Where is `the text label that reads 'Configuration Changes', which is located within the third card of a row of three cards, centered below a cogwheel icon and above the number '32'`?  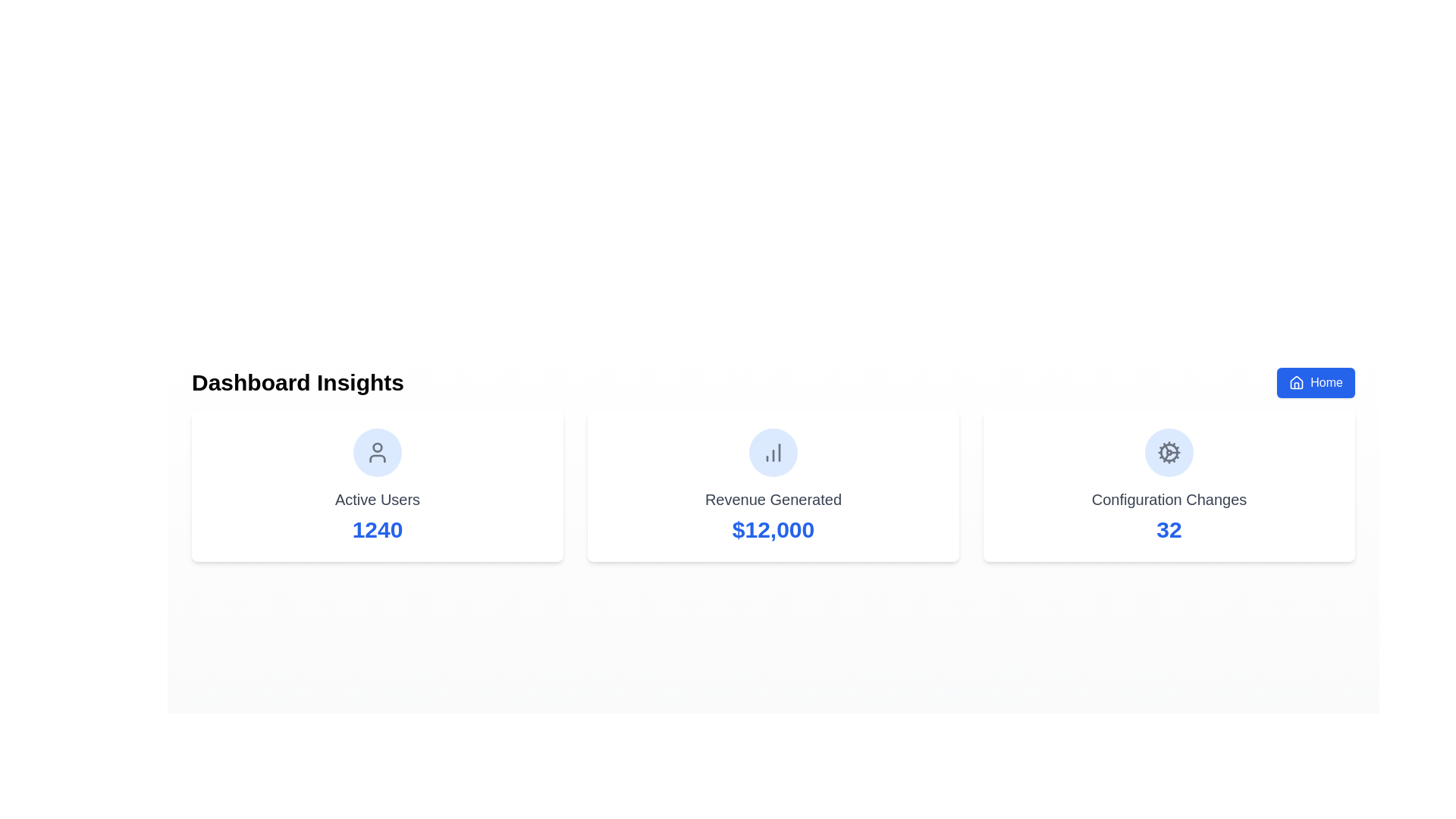
the text label that reads 'Configuration Changes', which is located within the third card of a row of three cards, centered below a cogwheel icon and above the number '32' is located at coordinates (1168, 500).